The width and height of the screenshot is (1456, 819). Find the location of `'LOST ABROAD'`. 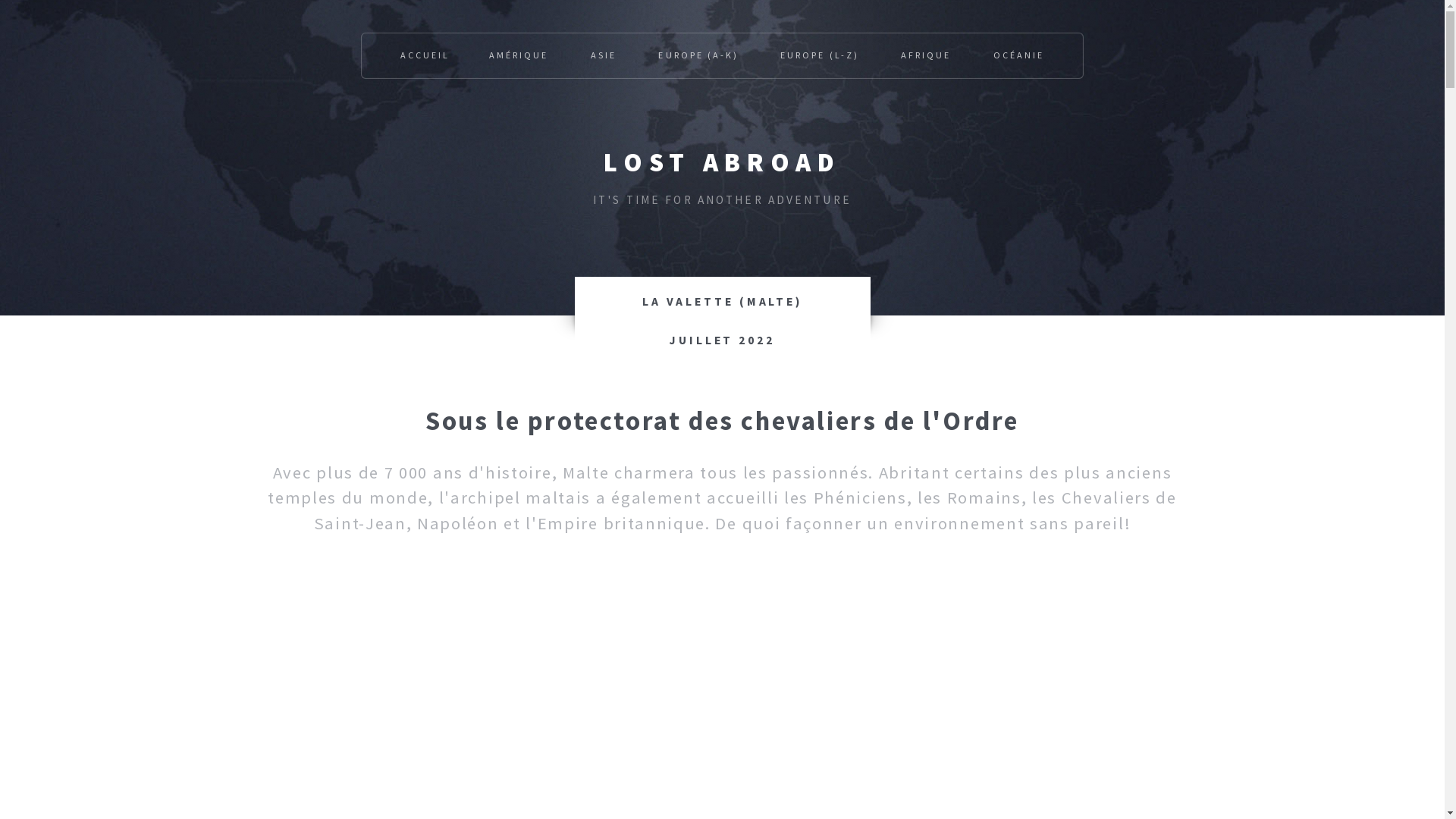

'LOST ABROAD' is located at coordinates (720, 162).